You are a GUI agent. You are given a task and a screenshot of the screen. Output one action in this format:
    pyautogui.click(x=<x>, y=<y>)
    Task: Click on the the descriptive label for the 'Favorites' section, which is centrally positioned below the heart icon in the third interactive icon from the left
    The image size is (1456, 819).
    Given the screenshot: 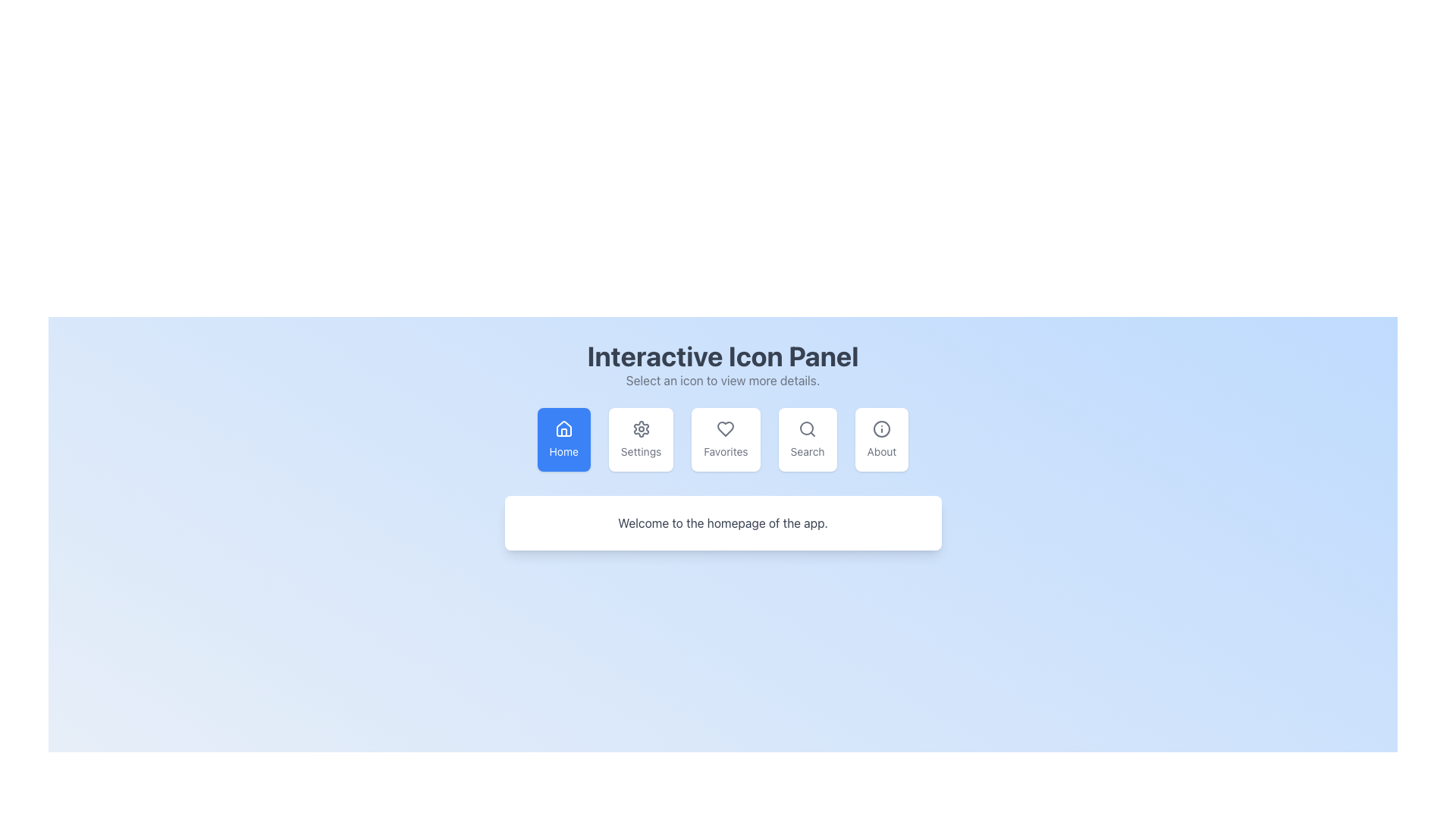 What is the action you would take?
    pyautogui.click(x=725, y=451)
    